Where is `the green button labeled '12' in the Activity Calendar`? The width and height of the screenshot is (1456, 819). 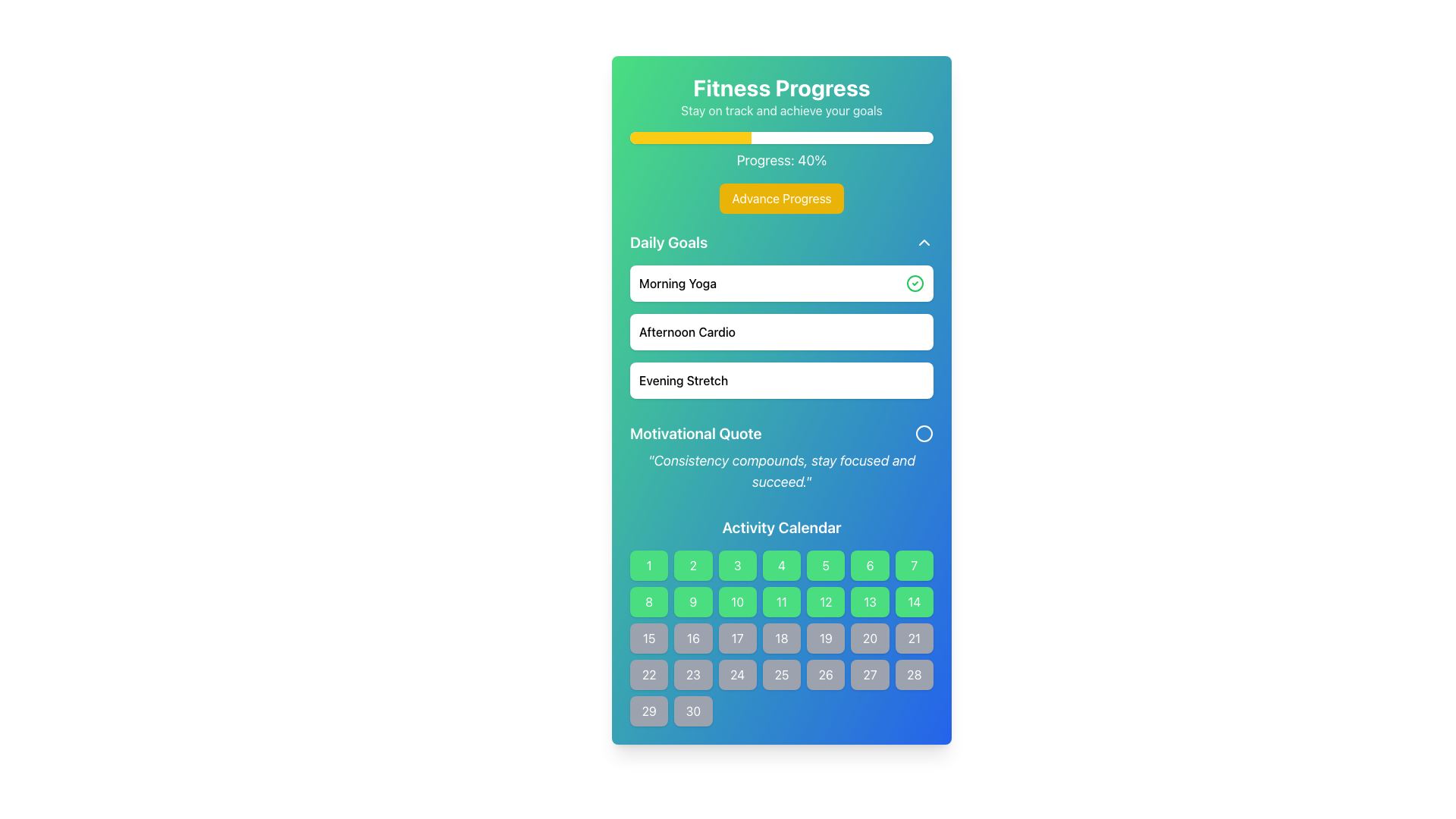
the green button labeled '12' in the Activity Calendar is located at coordinates (825, 601).